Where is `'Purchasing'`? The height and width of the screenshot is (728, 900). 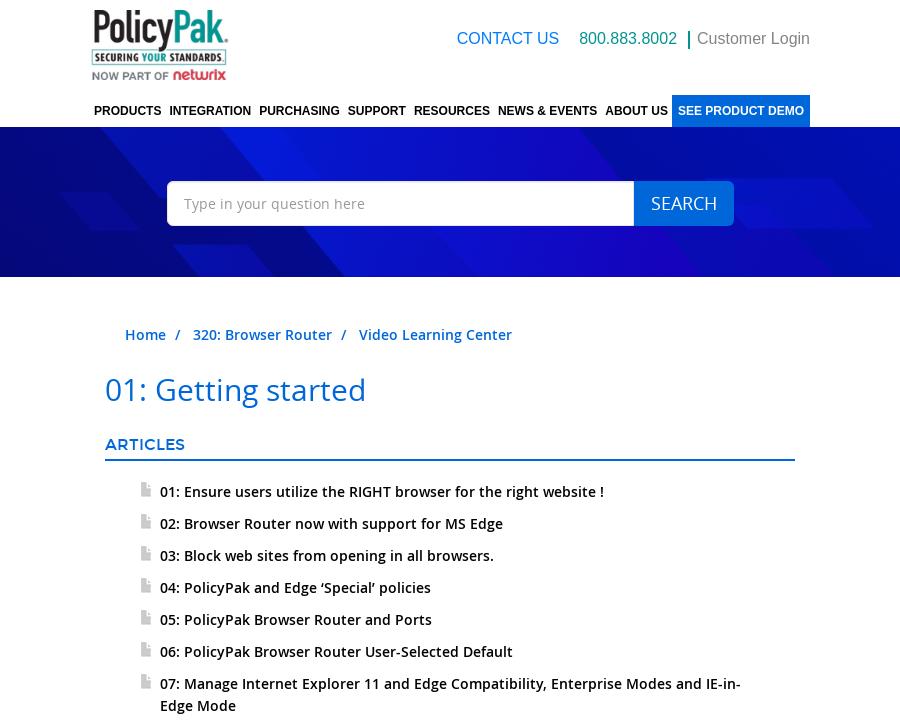
'Purchasing' is located at coordinates (297, 111).